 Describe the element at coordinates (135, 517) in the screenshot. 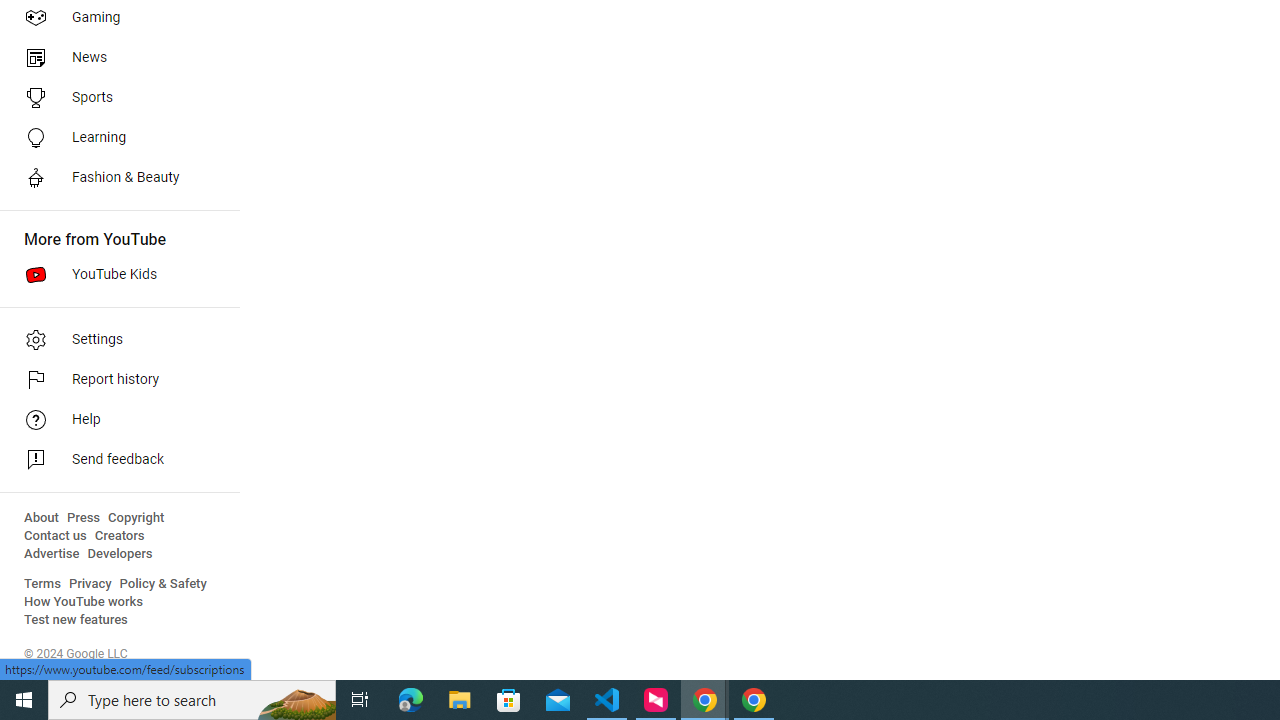

I see `'Copyright'` at that location.